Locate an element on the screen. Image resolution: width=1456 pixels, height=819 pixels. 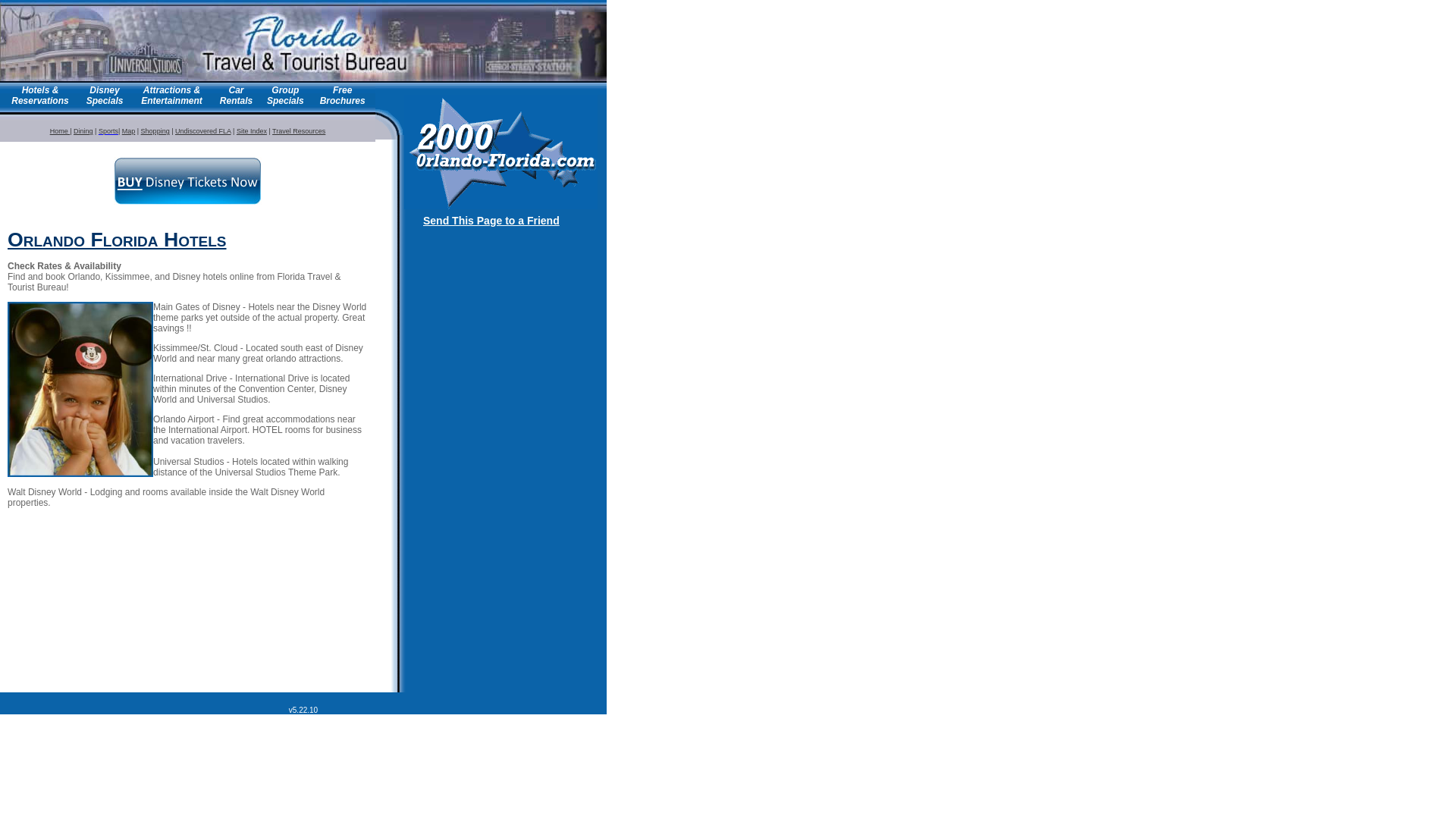
'Sports' is located at coordinates (108, 130).